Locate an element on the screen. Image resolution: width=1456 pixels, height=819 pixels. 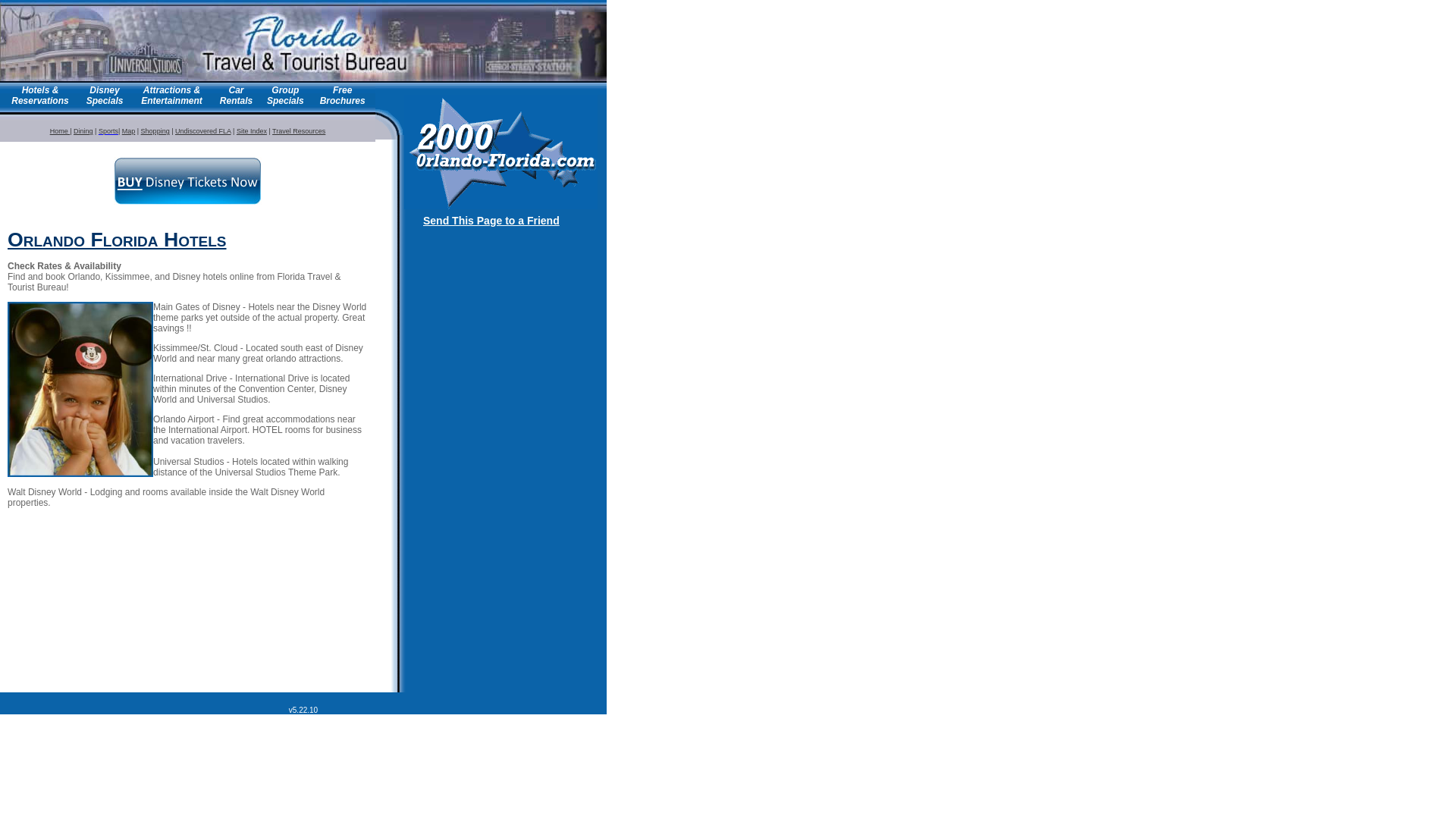
'Sports' is located at coordinates (108, 130).